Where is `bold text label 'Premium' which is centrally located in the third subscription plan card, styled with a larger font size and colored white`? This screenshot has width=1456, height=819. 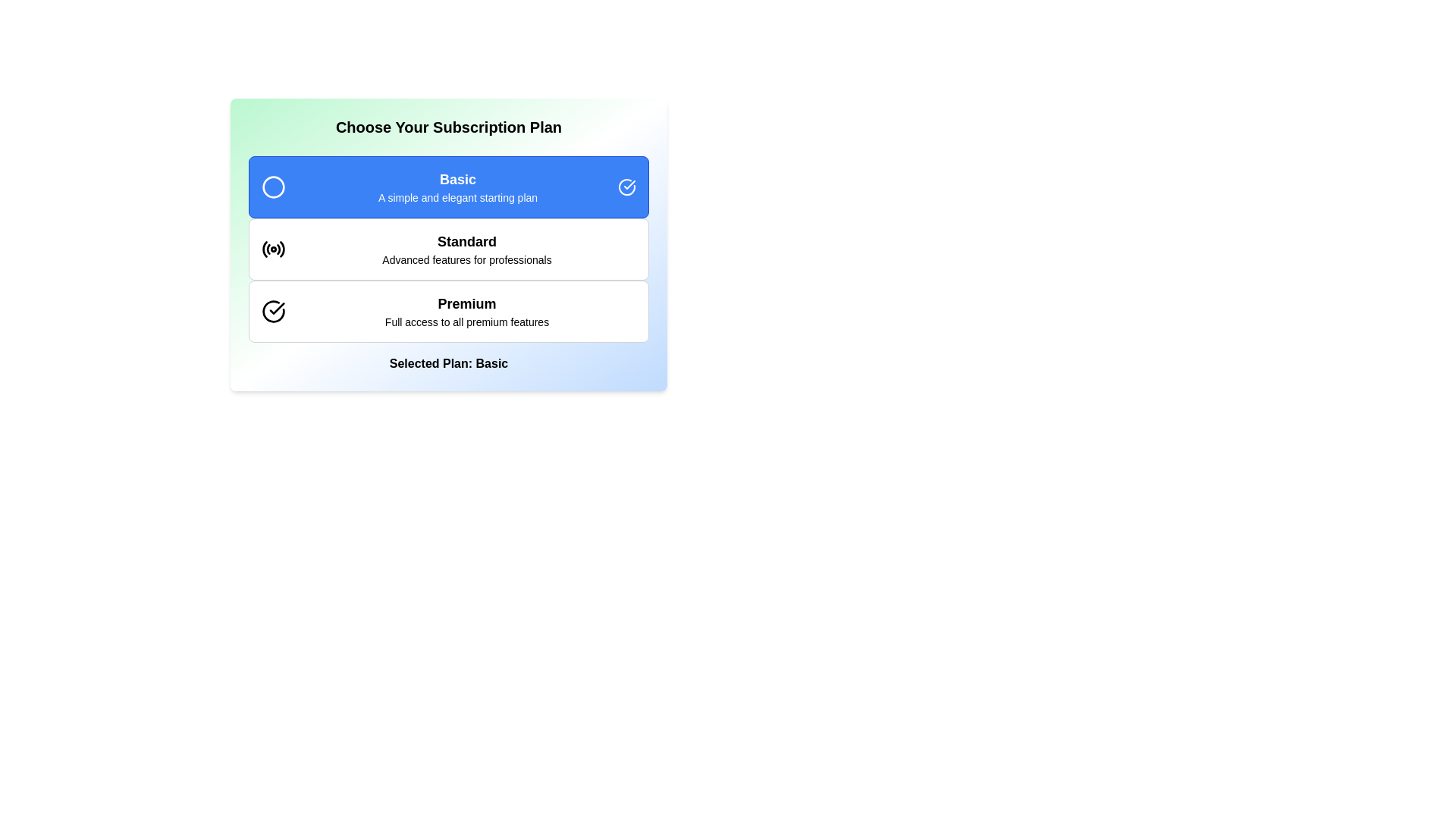 bold text label 'Premium' which is centrally located in the third subscription plan card, styled with a larger font size and colored white is located at coordinates (466, 304).